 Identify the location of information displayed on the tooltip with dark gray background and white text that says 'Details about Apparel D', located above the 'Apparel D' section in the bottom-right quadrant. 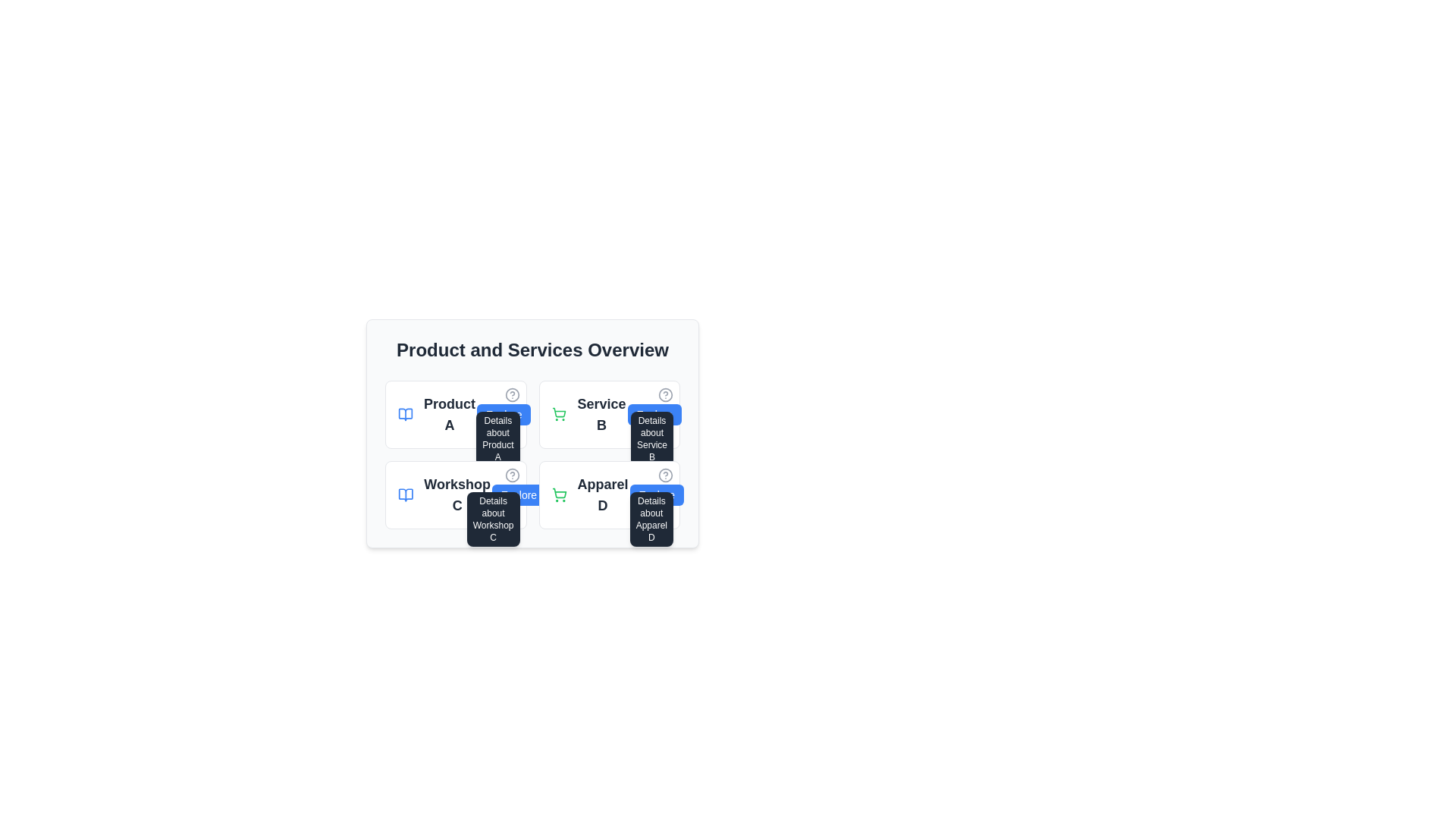
(651, 519).